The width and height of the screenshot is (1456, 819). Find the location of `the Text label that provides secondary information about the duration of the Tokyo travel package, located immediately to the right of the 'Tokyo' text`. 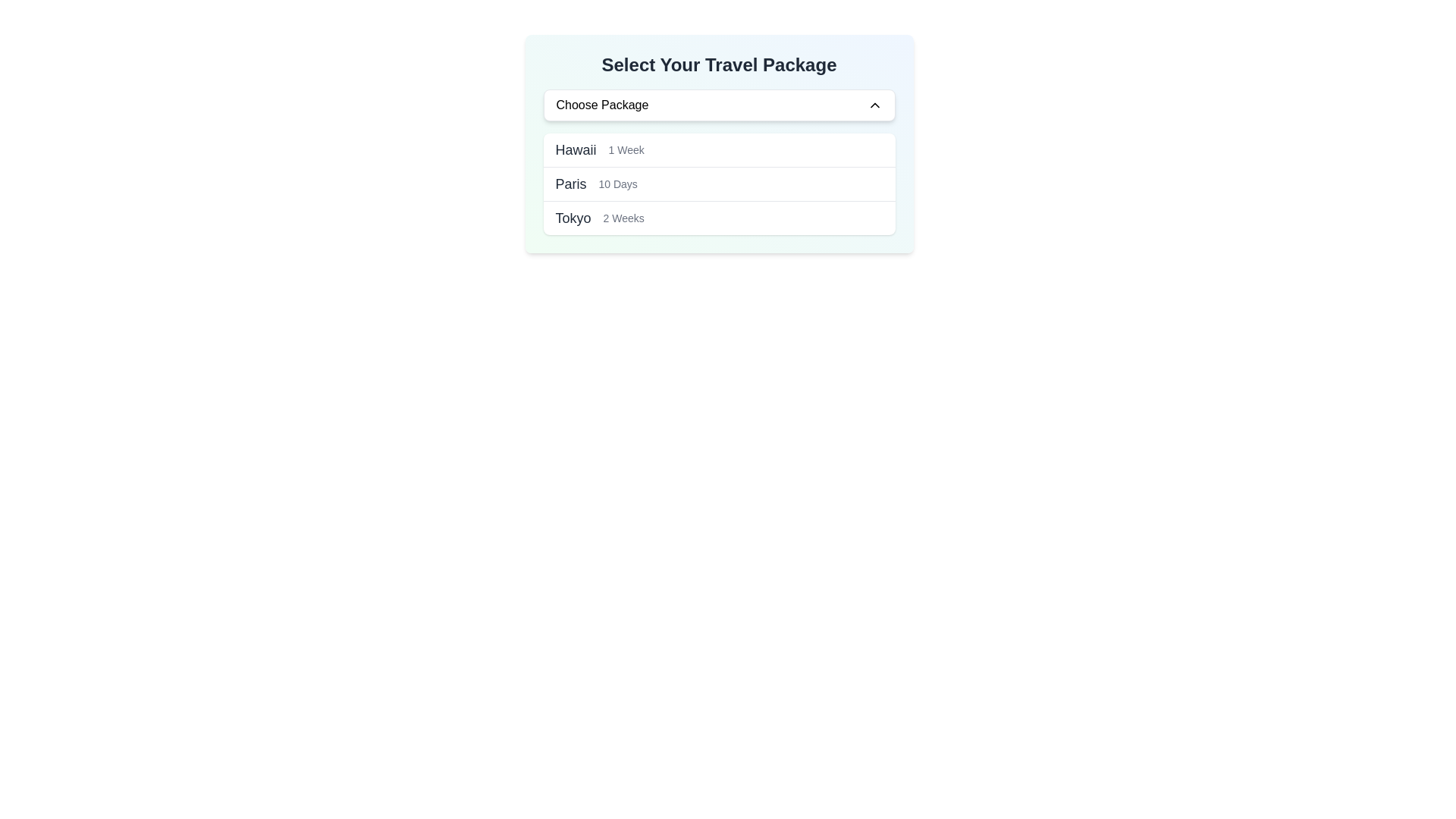

the Text label that provides secondary information about the duration of the Tokyo travel package, located immediately to the right of the 'Tokyo' text is located at coordinates (623, 218).